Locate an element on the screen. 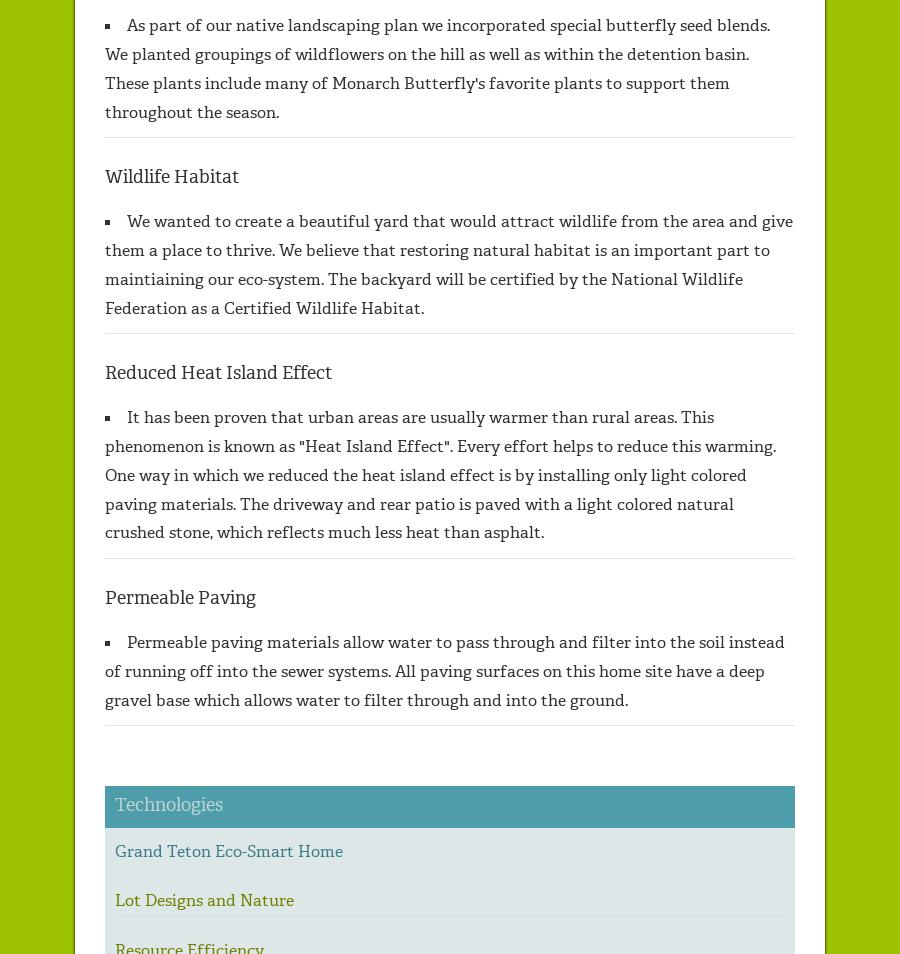 This screenshot has width=900, height=954. 'Wildlife Habitat' is located at coordinates (171, 175).